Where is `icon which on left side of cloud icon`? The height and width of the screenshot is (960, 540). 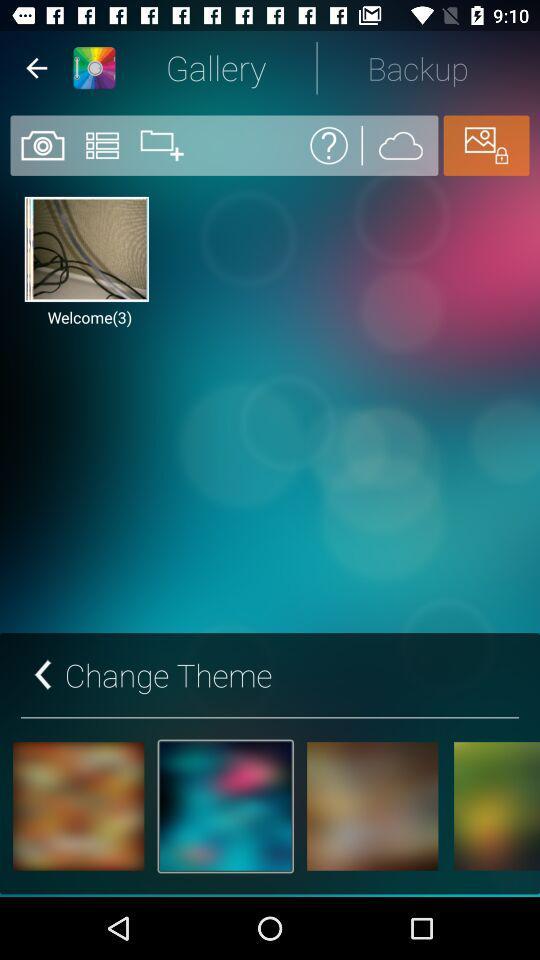
icon which on left side of cloud icon is located at coordinates (329, 145).